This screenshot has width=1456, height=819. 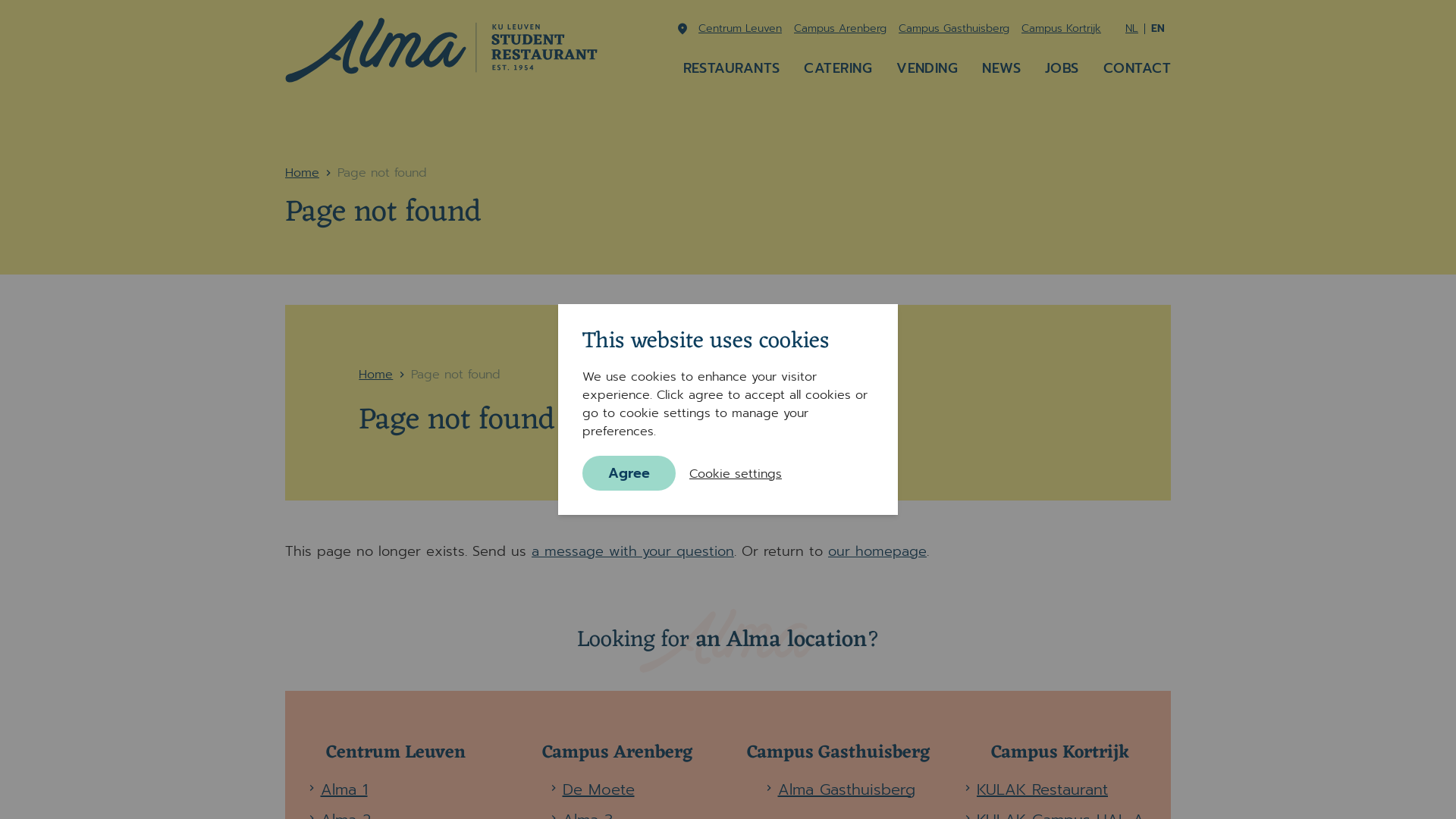 What do you see at coordinates (632, 551) in the screenshot?
I see `'a message with your question'` at bounding box center [632, 551].